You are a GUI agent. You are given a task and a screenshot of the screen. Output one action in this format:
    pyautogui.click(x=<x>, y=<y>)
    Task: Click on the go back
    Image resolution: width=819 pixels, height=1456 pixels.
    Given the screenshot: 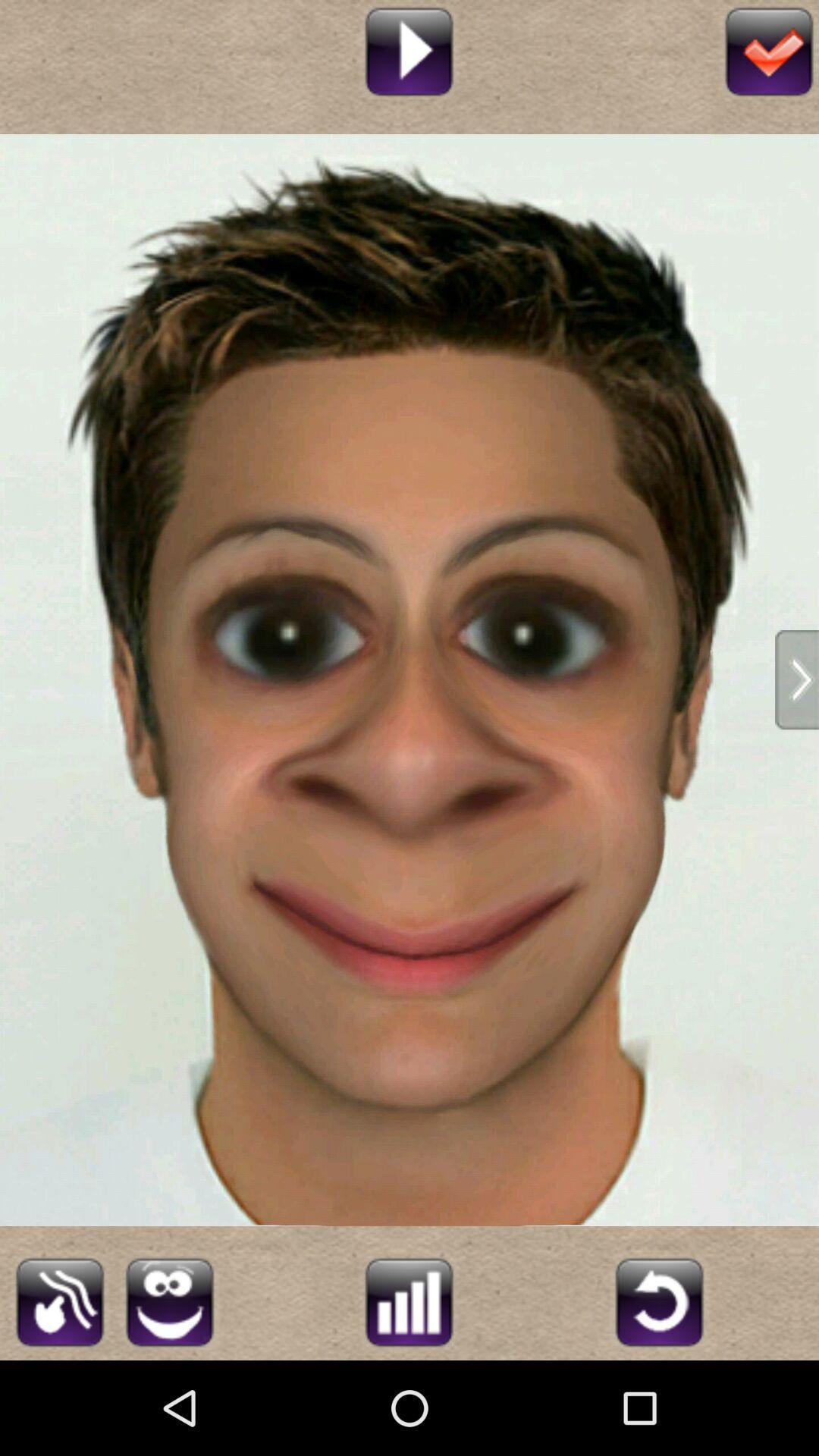 What is the action you would take?
    pyautogui.click(x=658, y=1299)
    